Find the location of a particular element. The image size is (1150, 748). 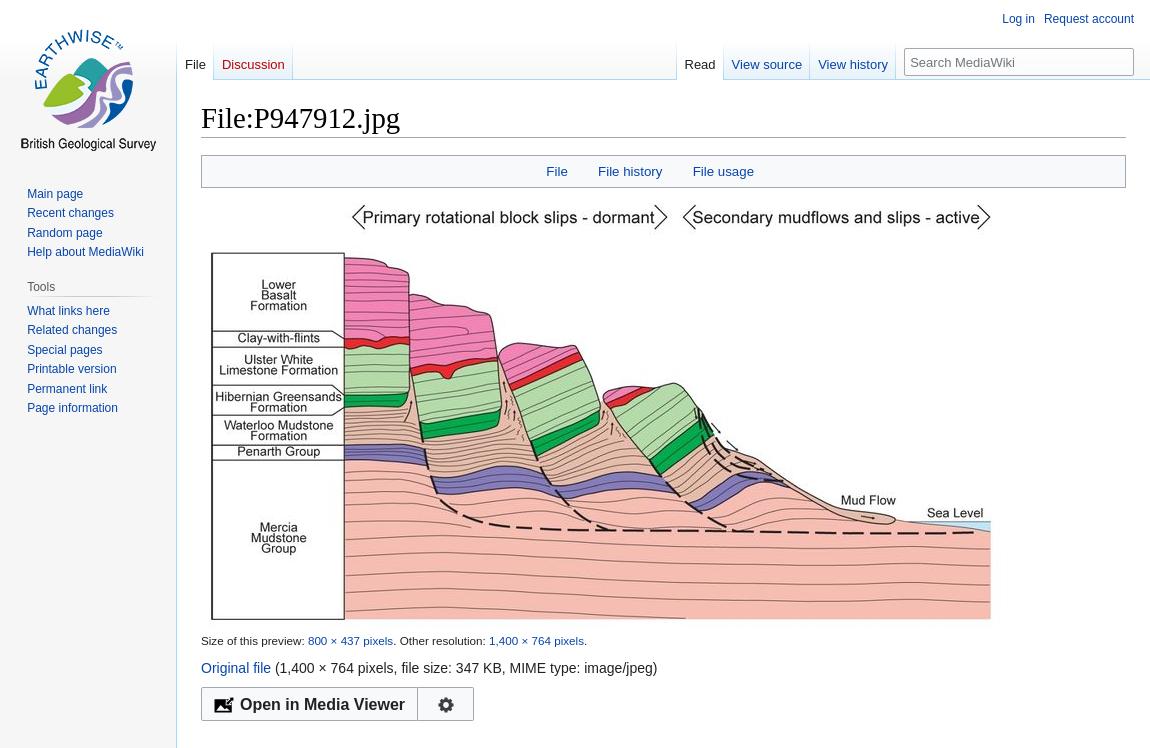

'Original file' is located at coordinates (200, 667).